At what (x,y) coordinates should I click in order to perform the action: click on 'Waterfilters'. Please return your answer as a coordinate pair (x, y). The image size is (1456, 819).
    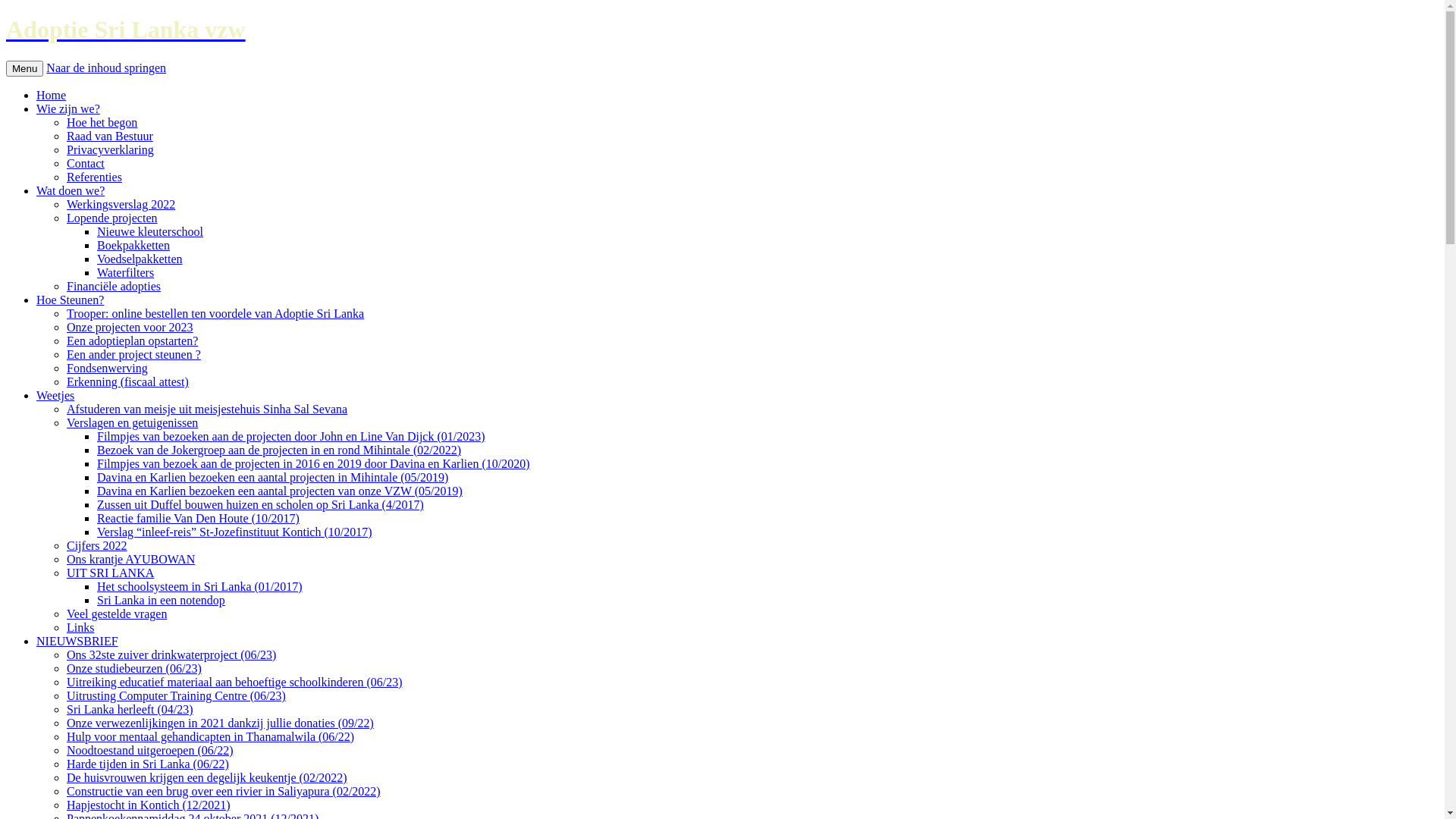
    Looking at the image, I should click on (125, 271).